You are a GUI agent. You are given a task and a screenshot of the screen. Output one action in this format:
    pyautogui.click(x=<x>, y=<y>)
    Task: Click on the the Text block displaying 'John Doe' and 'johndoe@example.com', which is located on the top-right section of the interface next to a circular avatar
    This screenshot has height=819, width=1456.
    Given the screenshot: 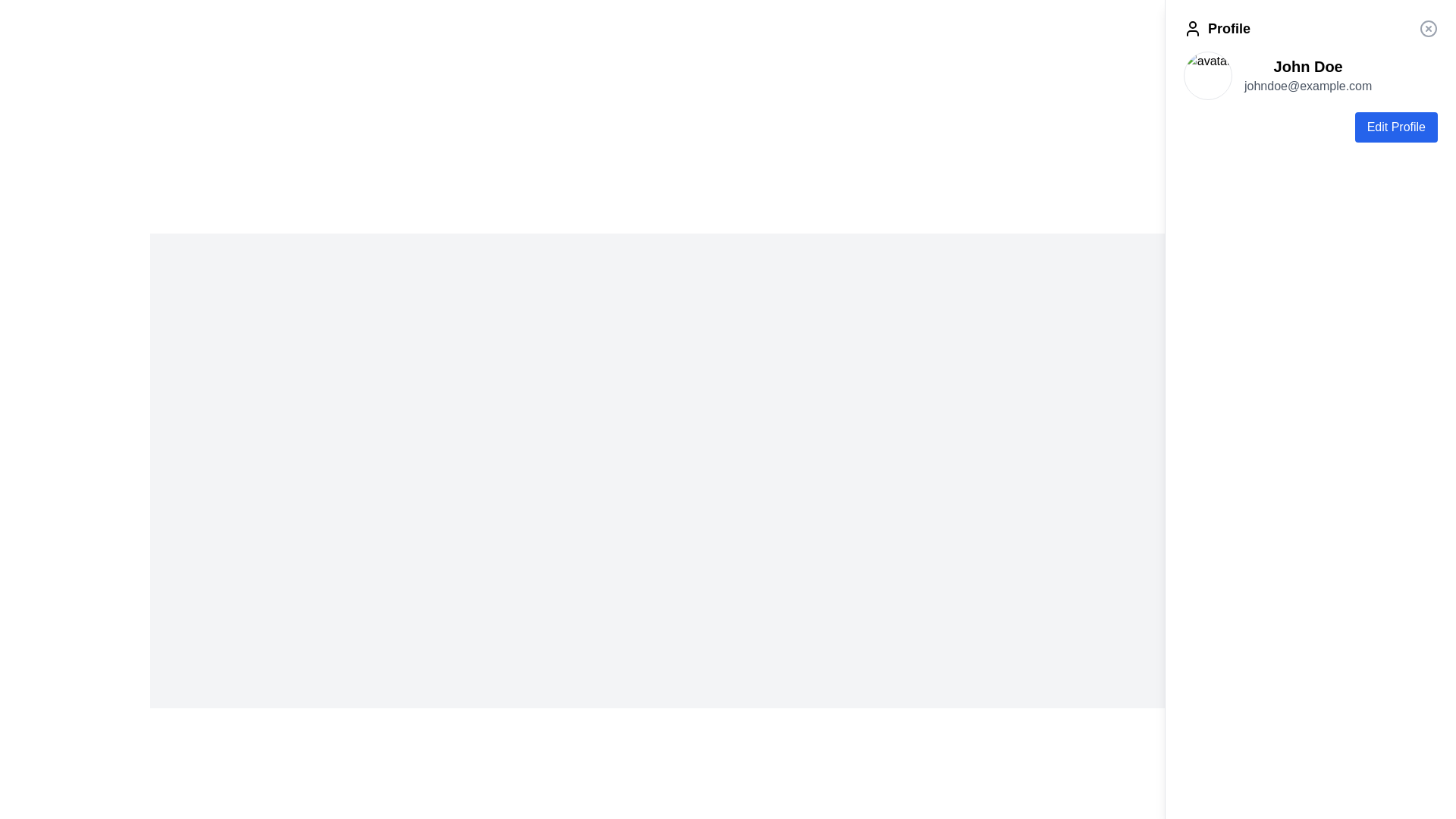 What is the action you would take?
    pyautogui.click(x=1307, y=76)
    